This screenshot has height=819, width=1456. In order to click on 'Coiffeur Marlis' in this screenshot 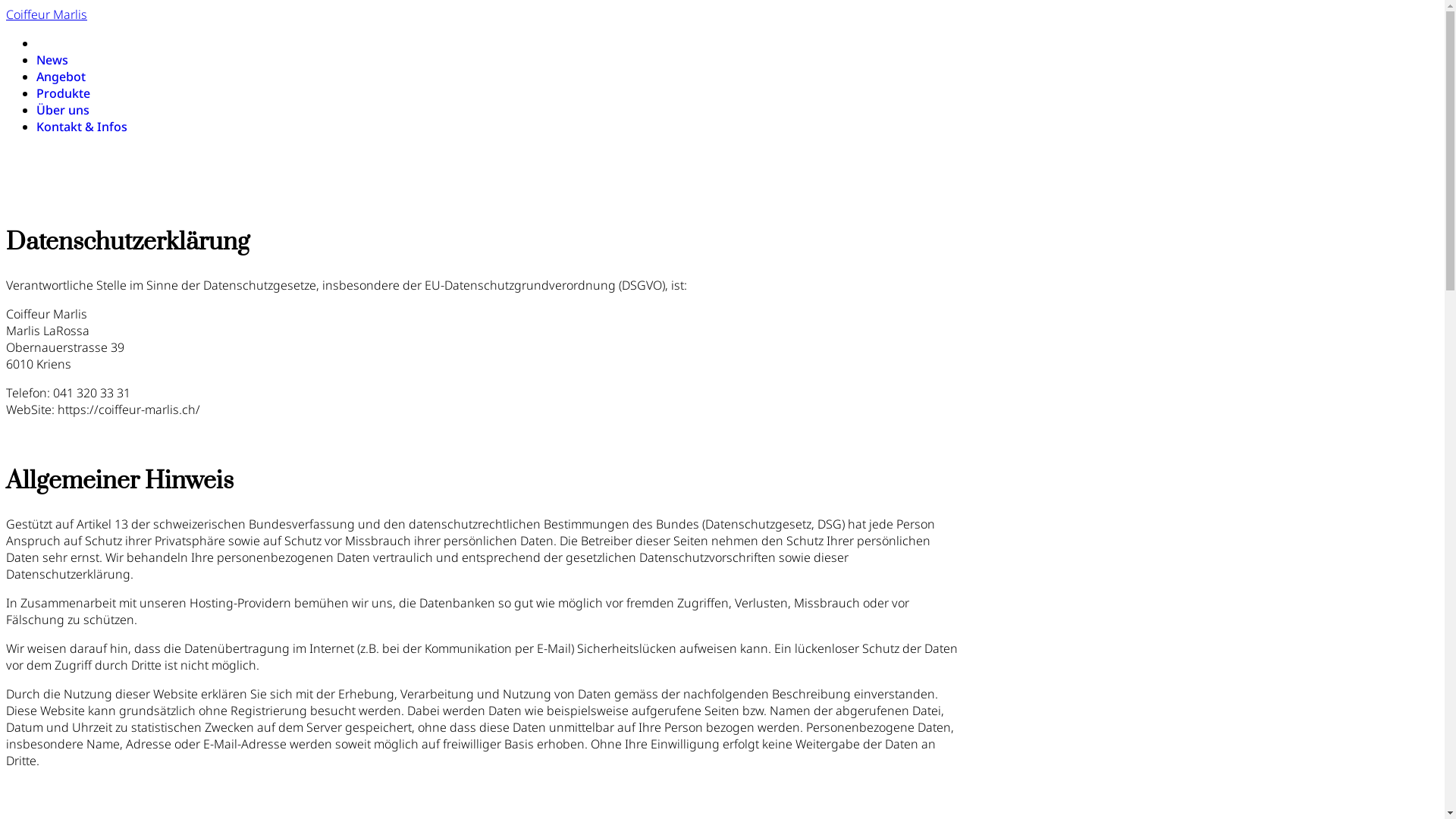, I will do `click(46, 14)`.